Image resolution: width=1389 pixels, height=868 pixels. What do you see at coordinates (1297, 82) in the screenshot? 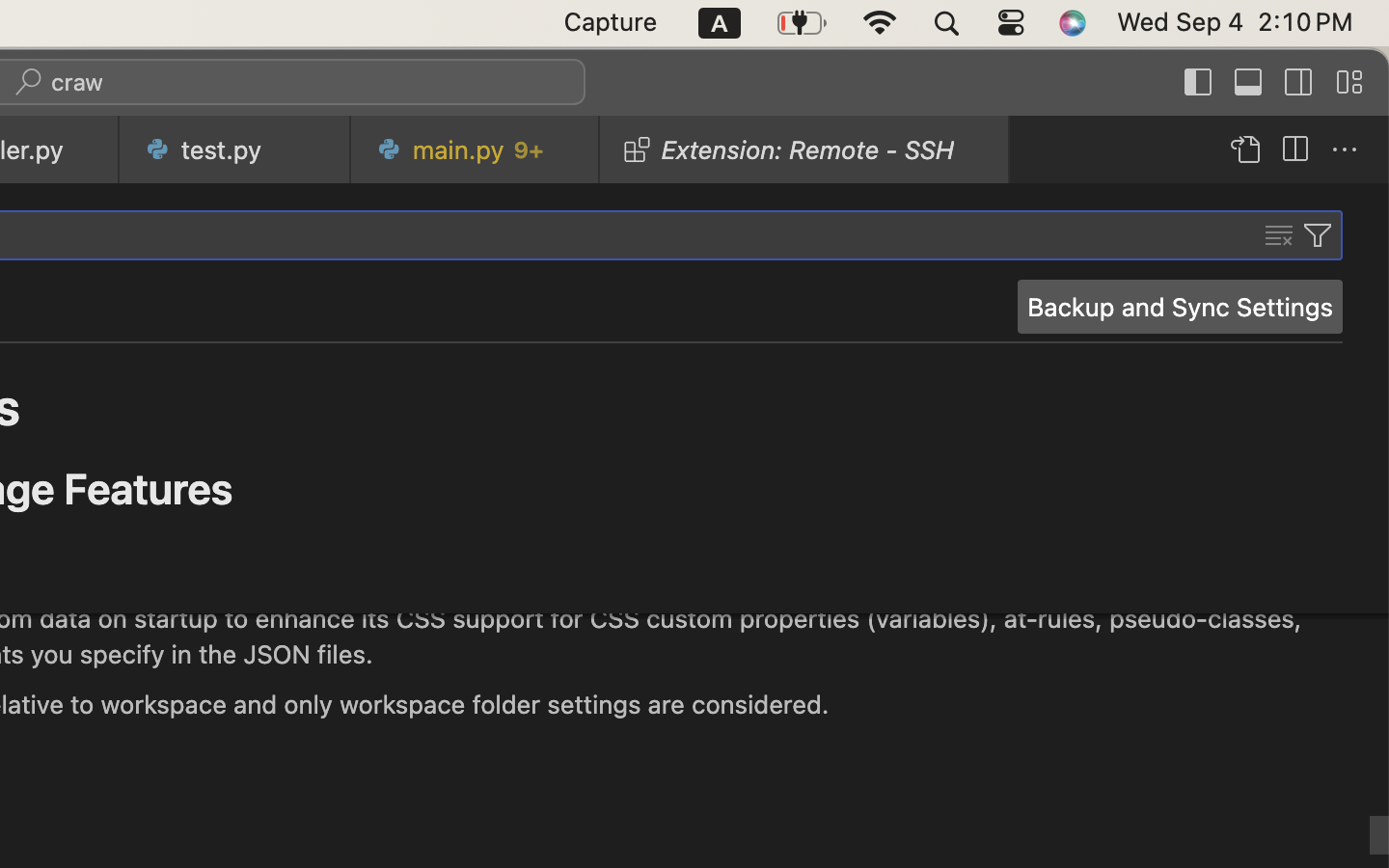
I see `''` at bounding box center [1297, 82].